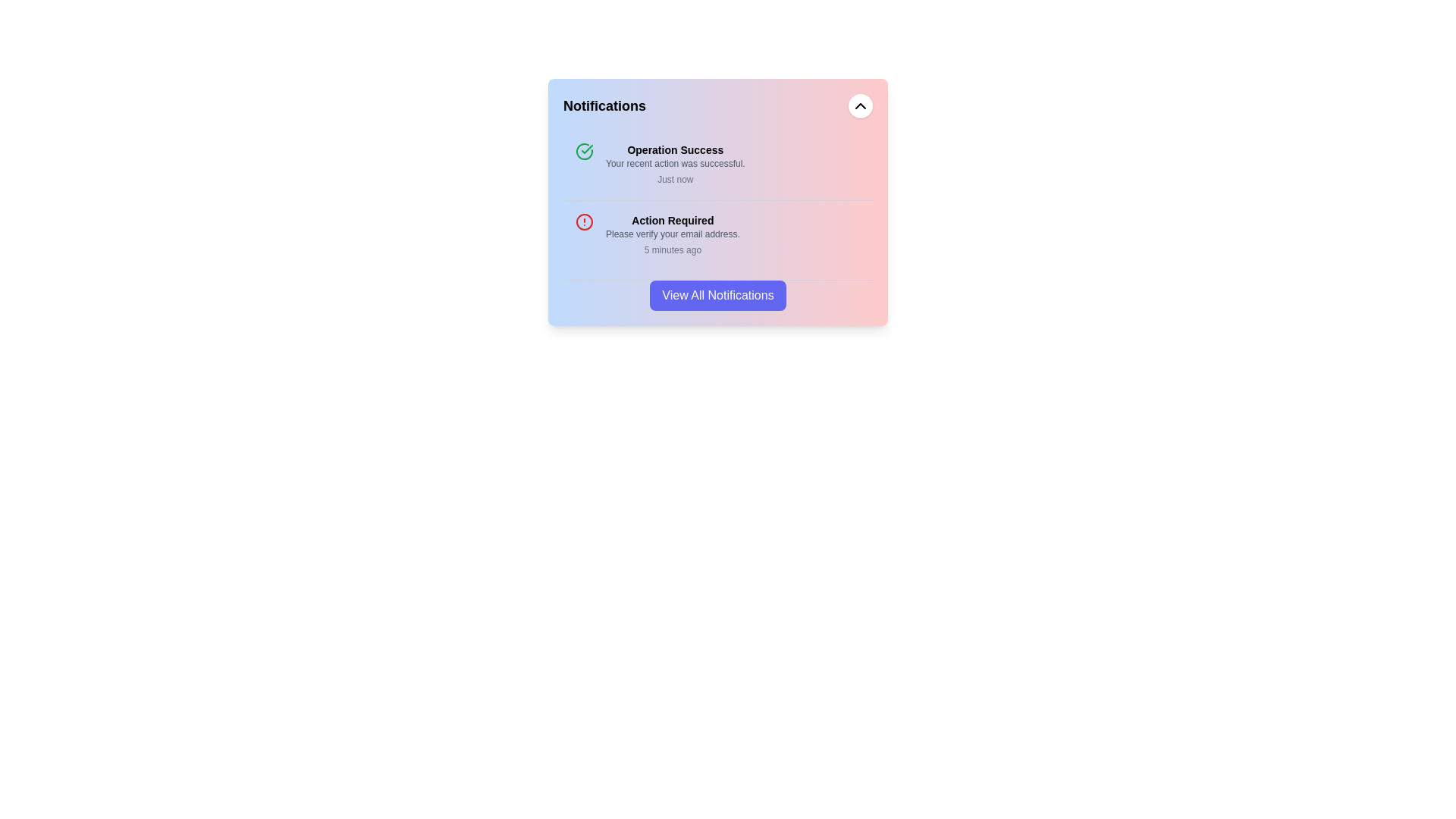 The height and width of the screenshot is (819, 1456). I want to click on the upward-pointing chevron icon, which is black and centered within a circular white button in the top-right corner of the notifications dialog box, to interact with its functionality, so click(860, 105).